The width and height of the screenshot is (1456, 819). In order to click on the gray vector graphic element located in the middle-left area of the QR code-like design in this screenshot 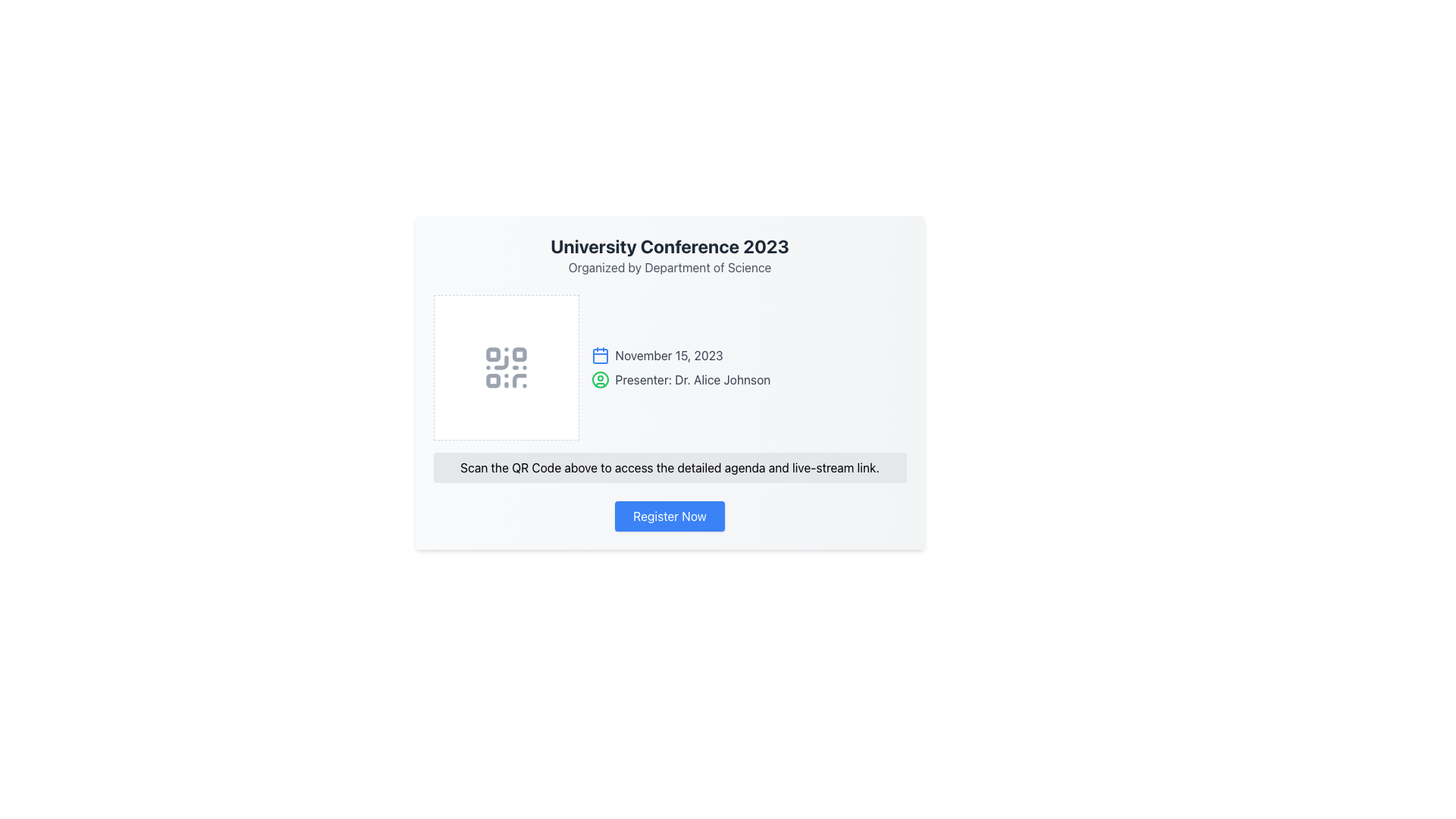, I will do `click(500, 362)`.